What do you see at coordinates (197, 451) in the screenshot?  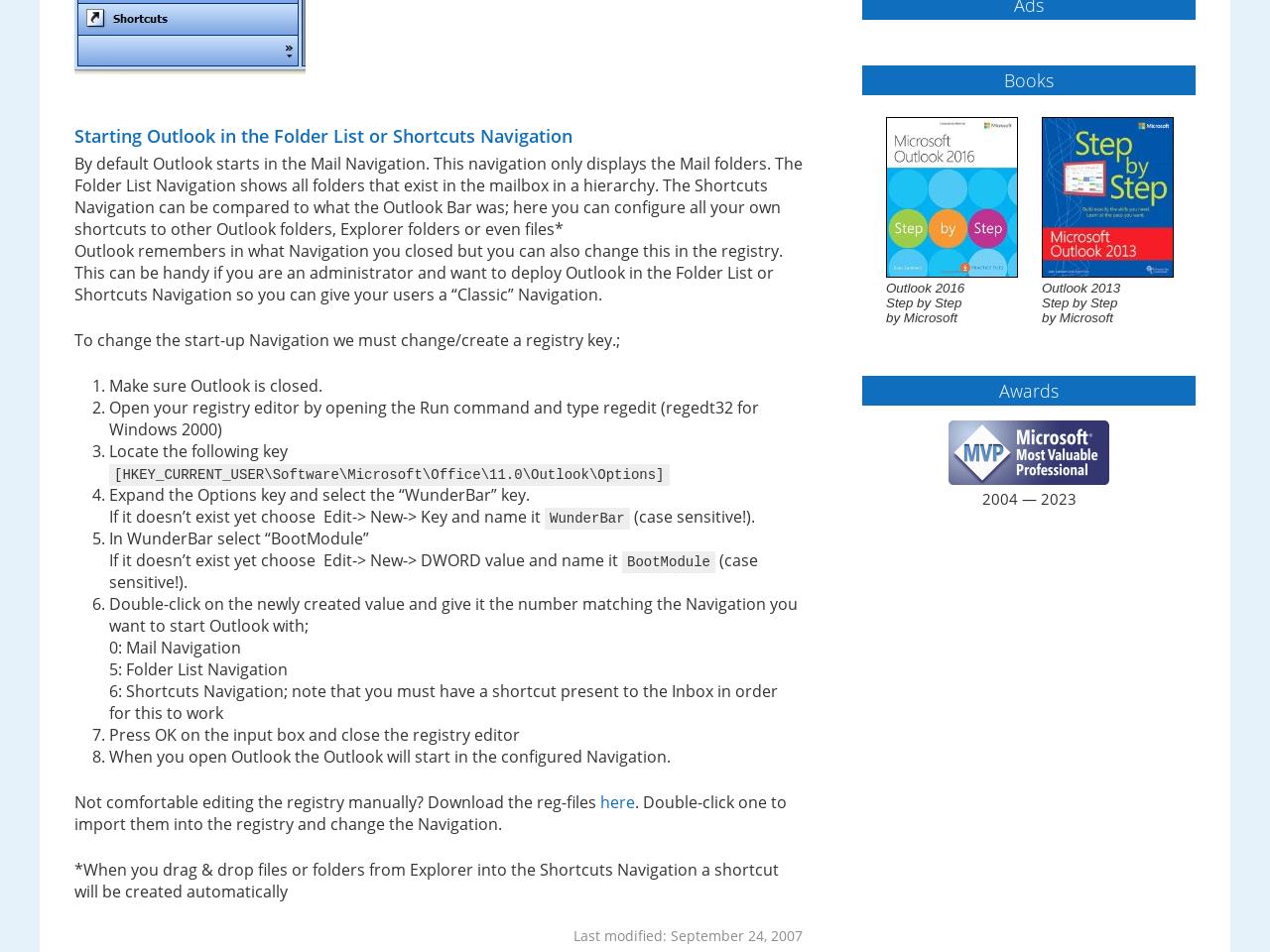 I see `'Locate the following key'` at bounding box center [197, 451].